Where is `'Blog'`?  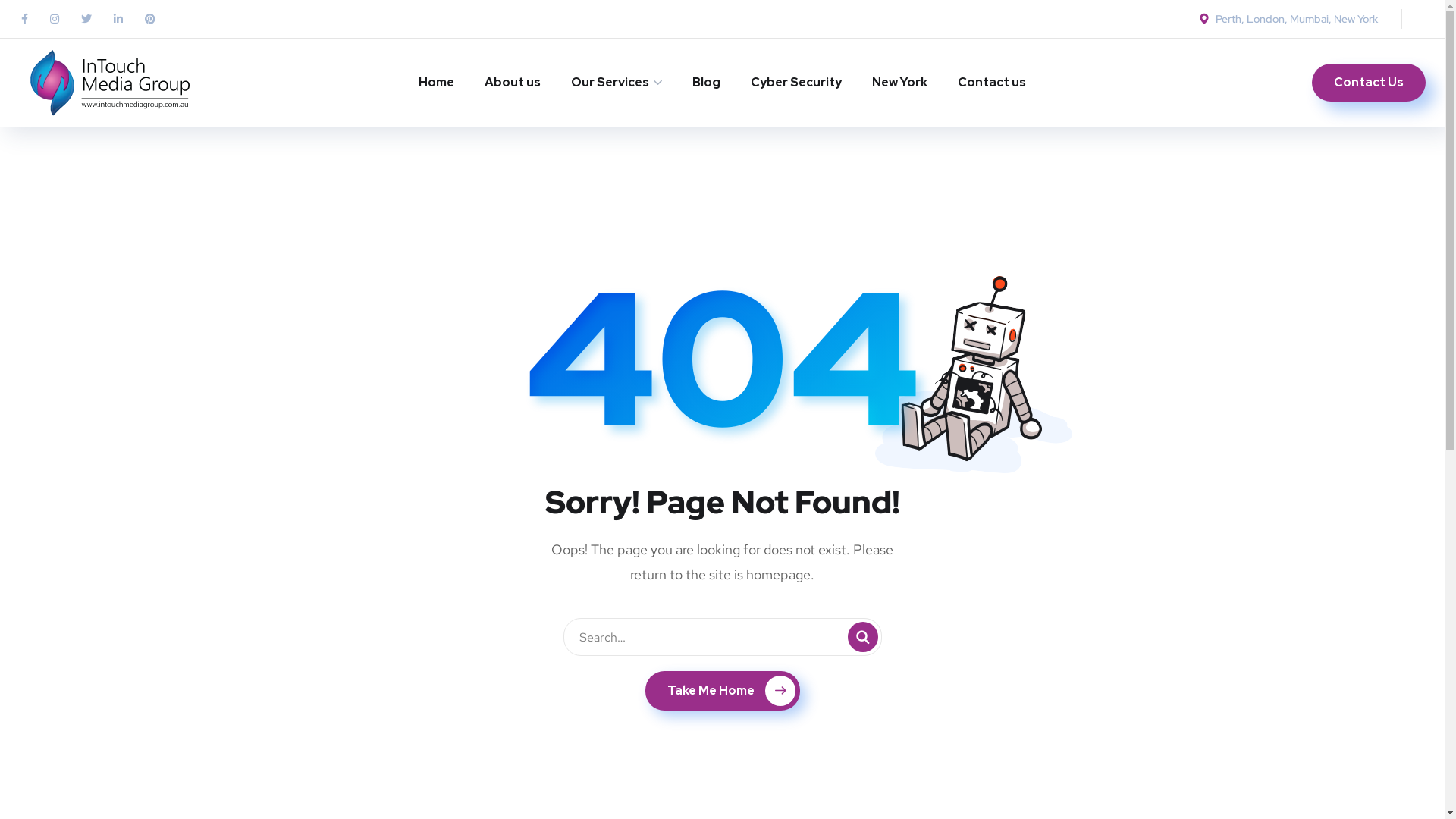
'Blog' is located at coordinates (691, 82).